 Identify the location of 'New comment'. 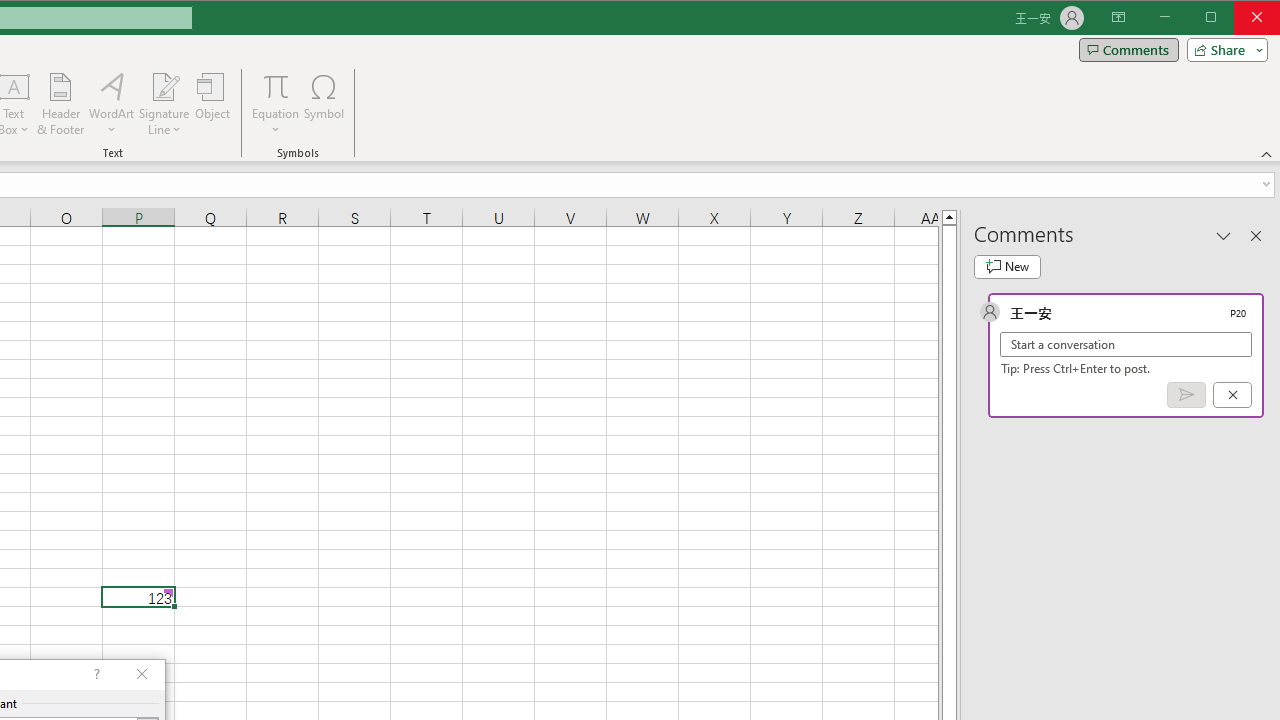
(1007, 266).